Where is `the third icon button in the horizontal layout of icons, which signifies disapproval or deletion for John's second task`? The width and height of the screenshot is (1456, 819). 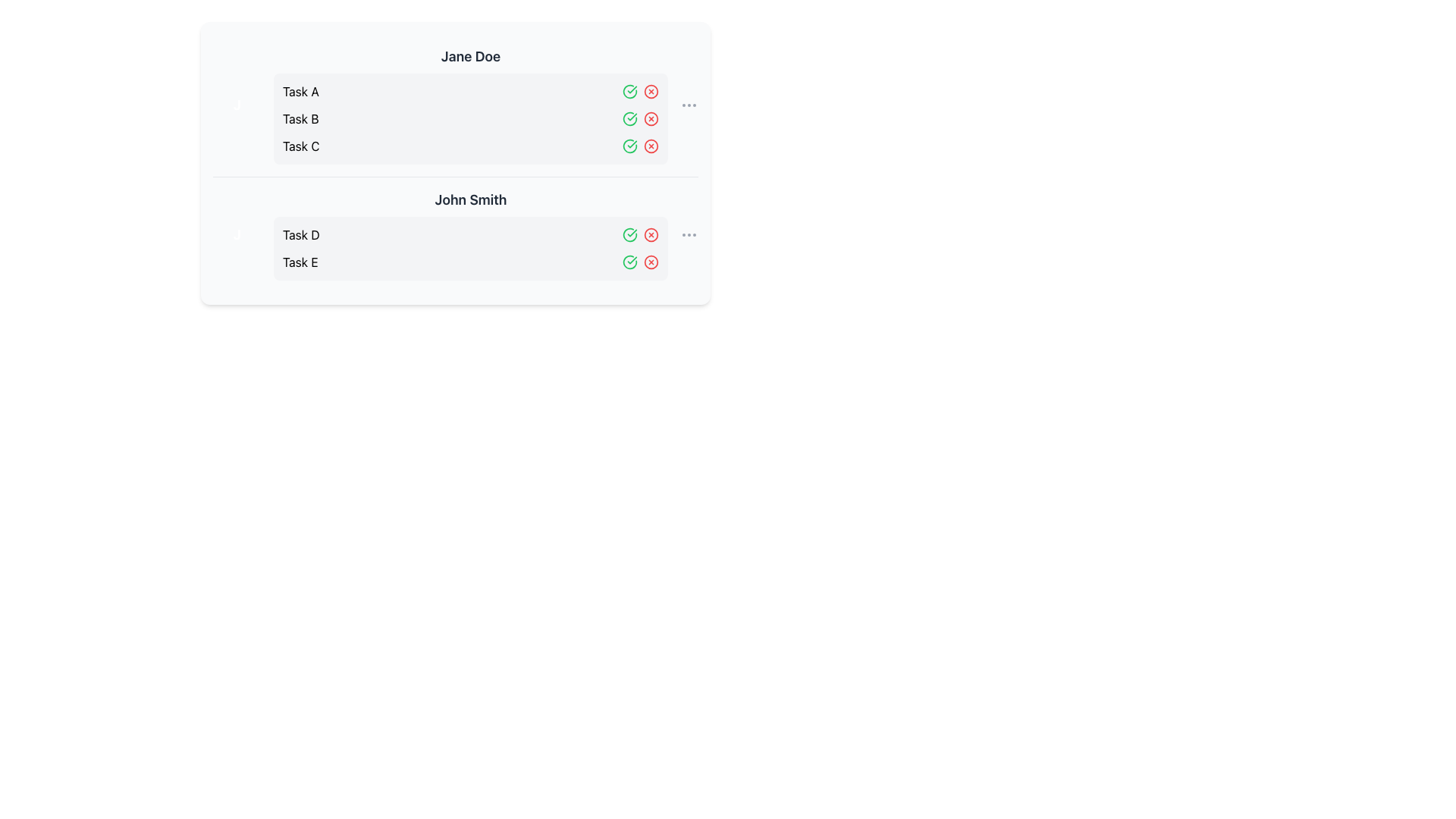
the third icon button in the horizontal layout of icons, which signifies disapproval or deletion for John's second task is located at coordinates (651, 262).